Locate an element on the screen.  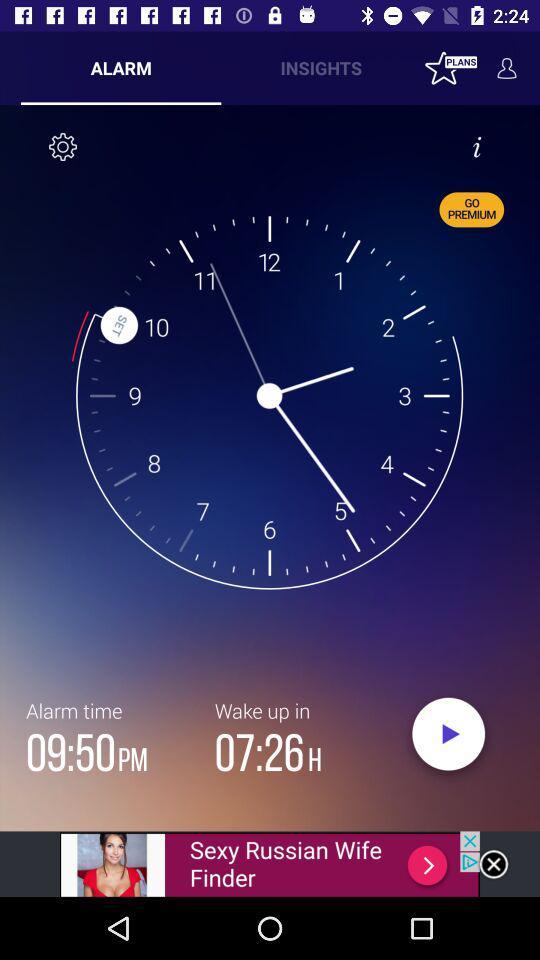
advertisement is located at coordinates (270, 863).